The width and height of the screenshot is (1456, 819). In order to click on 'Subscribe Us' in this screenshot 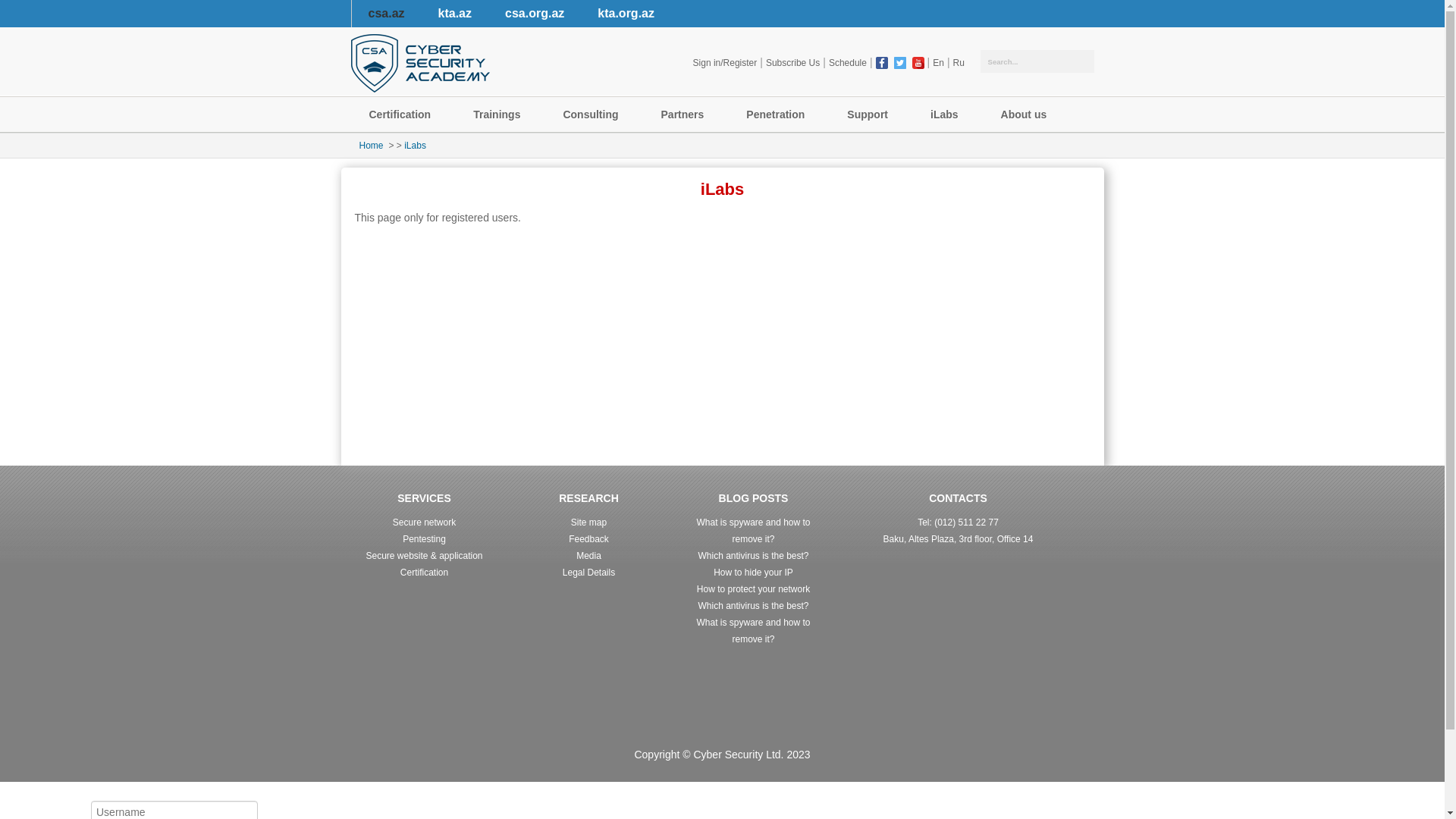, I will do `click(792, 62)`.